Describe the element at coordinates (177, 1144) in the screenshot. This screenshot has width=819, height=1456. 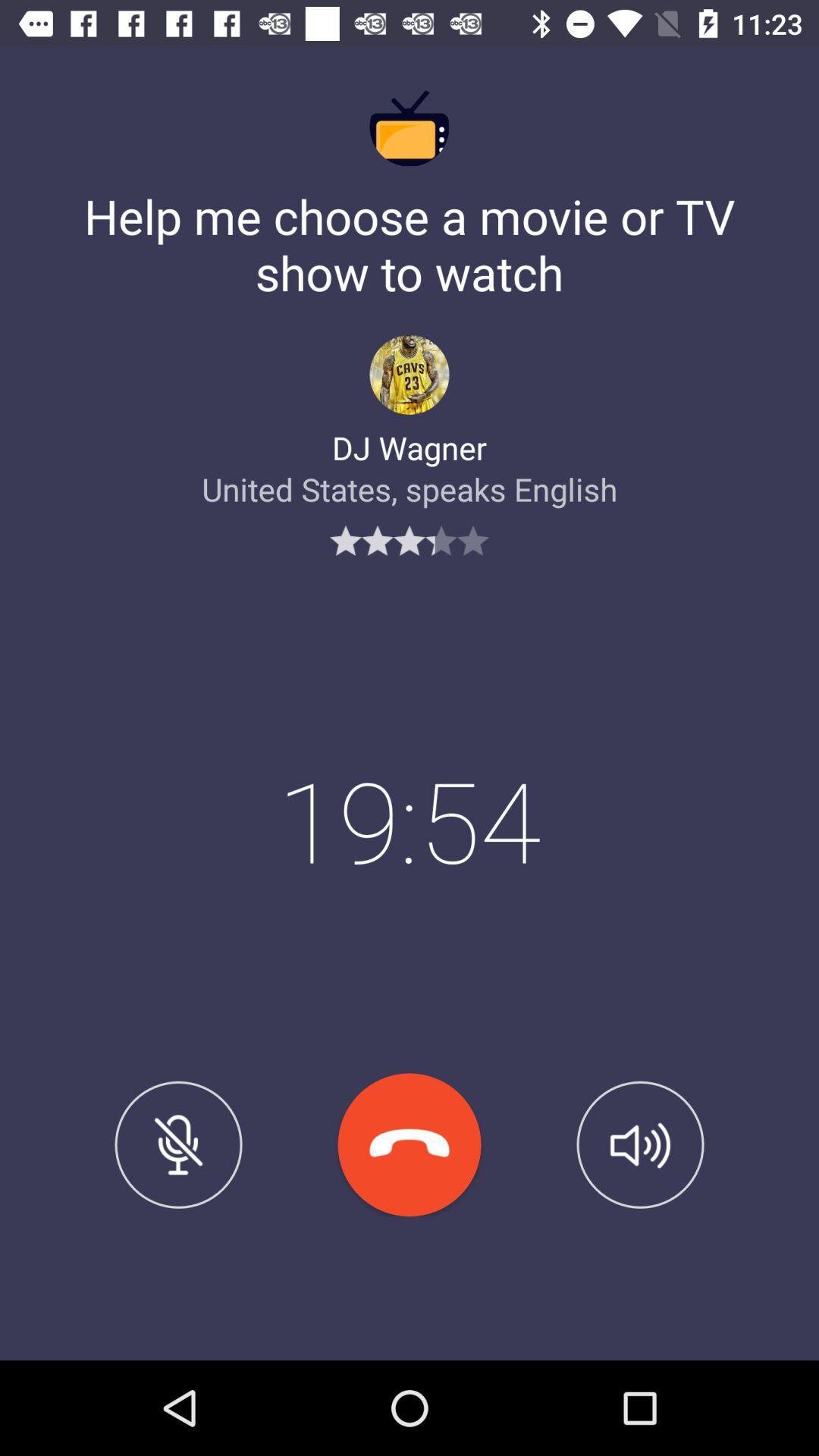
I see `mute desmute` at that location.